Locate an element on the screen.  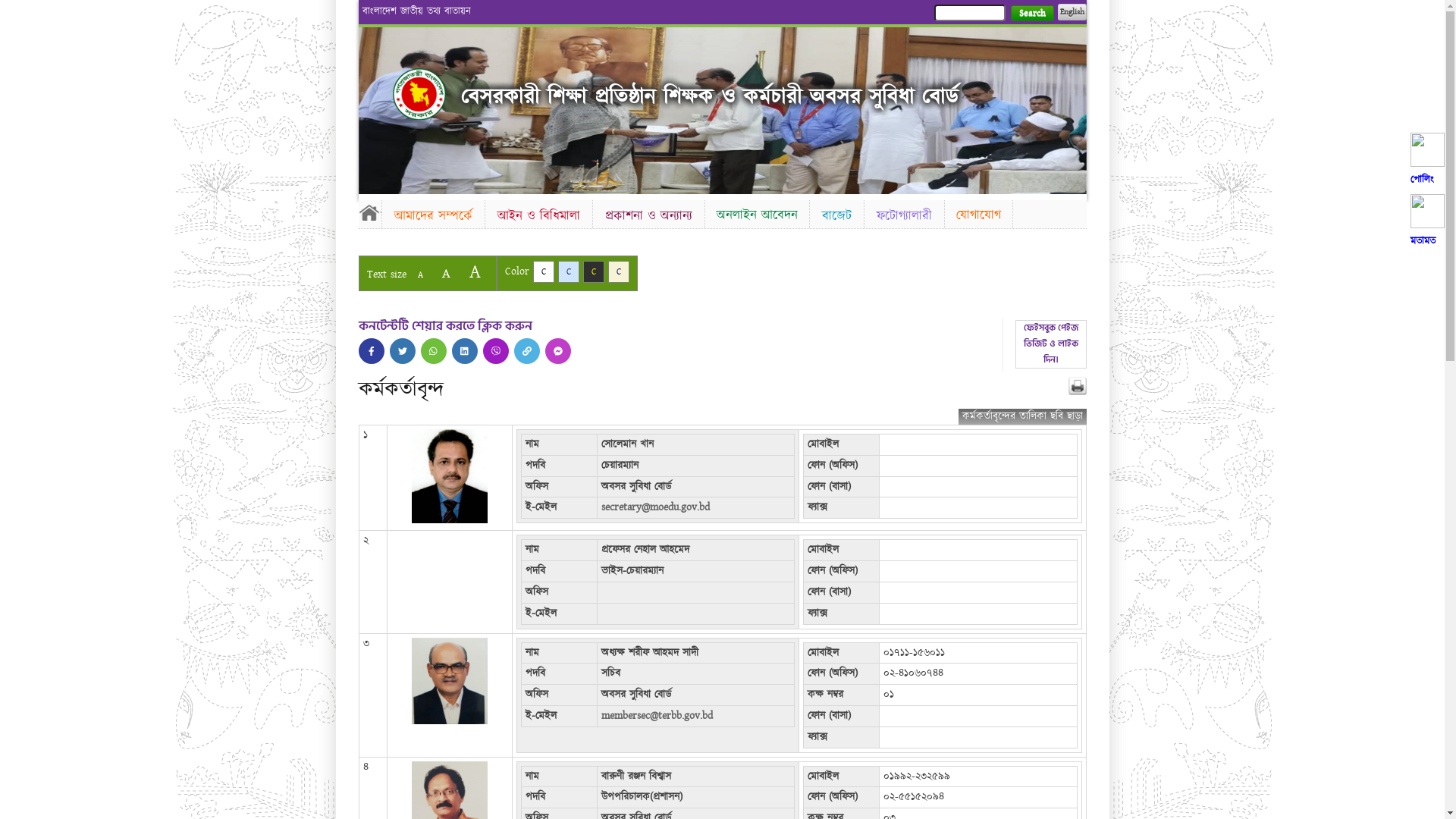
'C' is located at coordinates (567, 271).